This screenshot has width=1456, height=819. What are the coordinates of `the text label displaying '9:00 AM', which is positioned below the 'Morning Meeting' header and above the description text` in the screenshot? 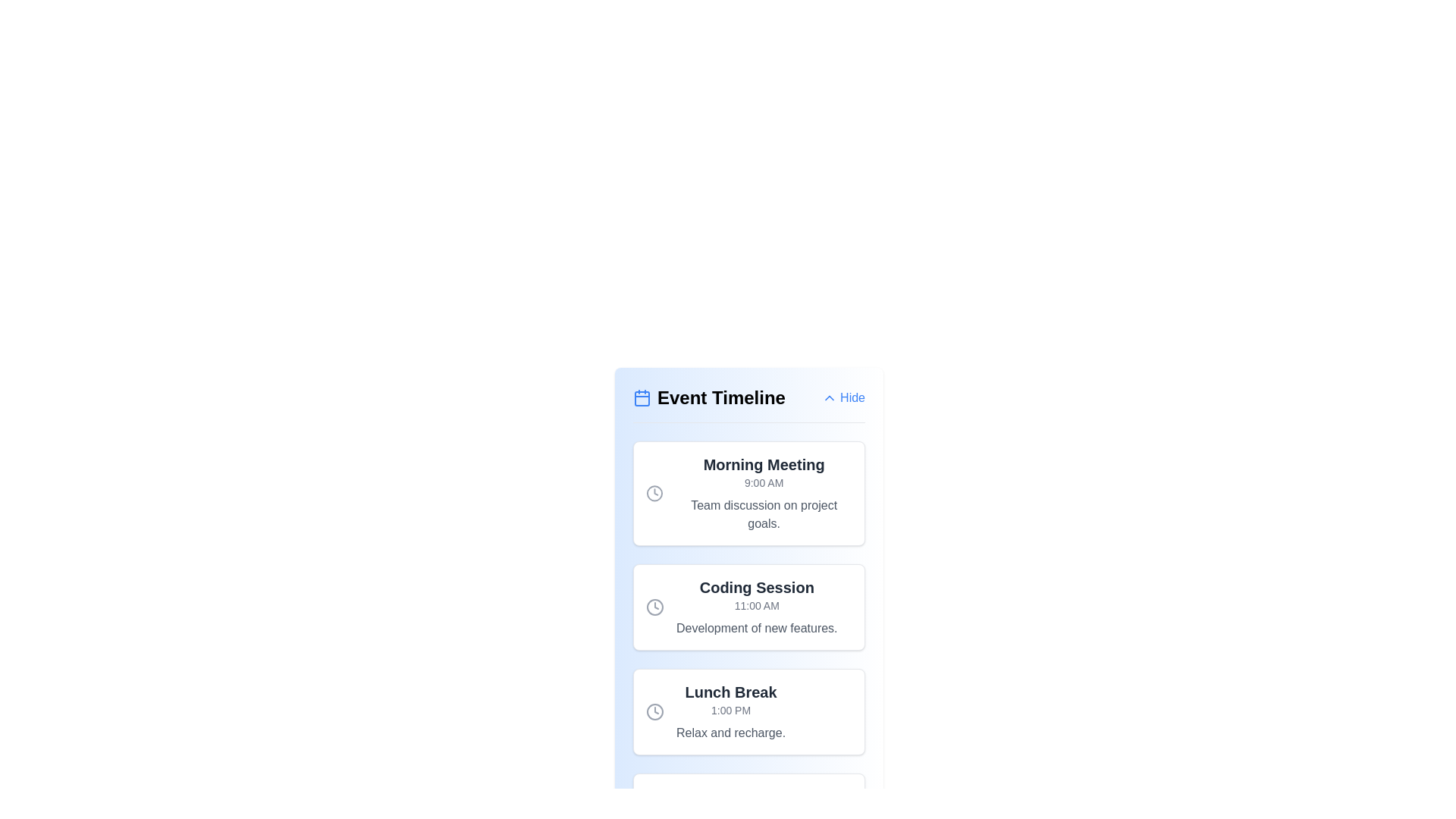 It's located at (764, 482).